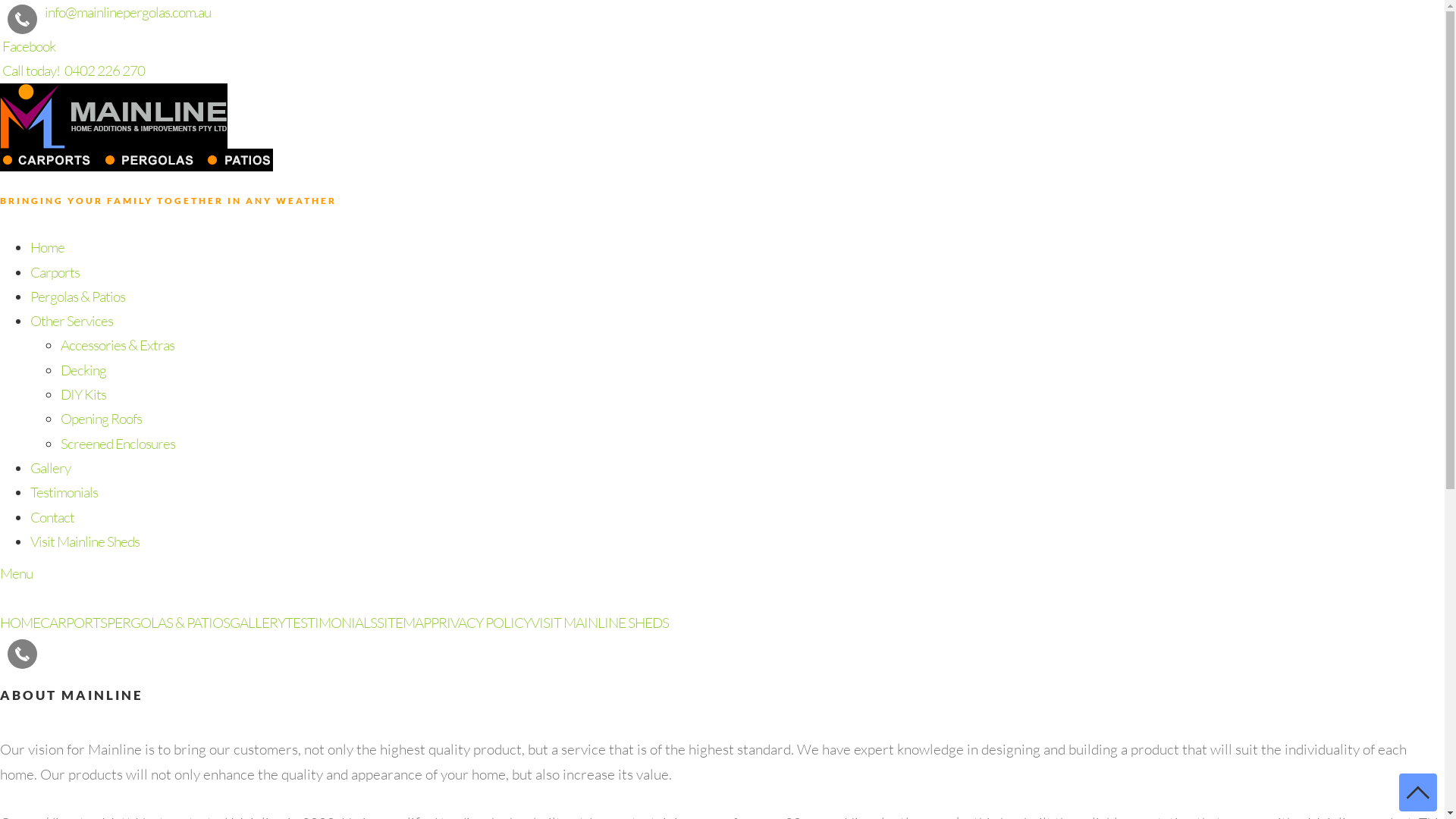  Describe the element at coordinates (45, 646) in the screenshot. I see `' '` at that location.